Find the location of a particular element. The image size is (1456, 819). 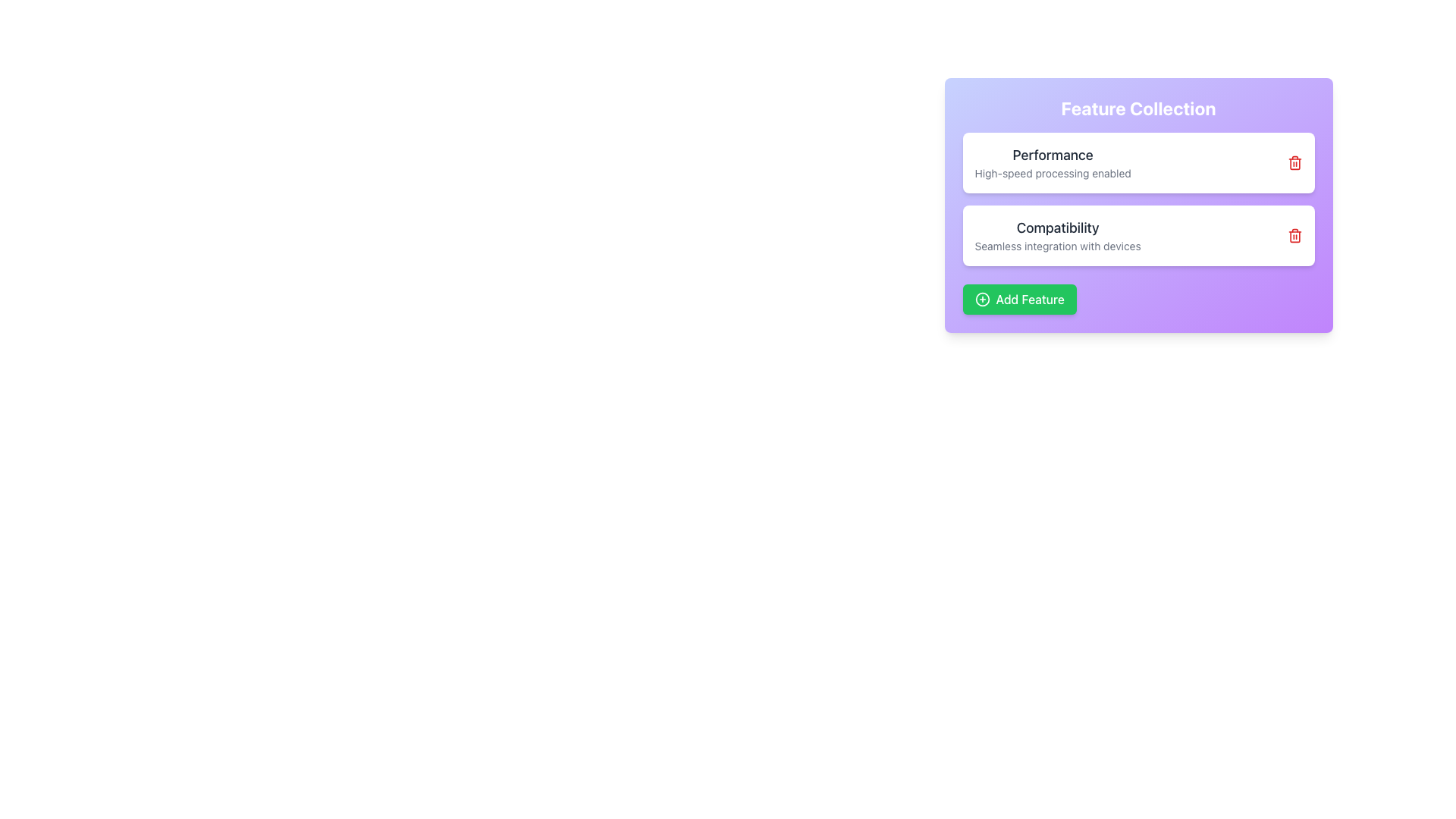

the text label that serves as a title for the feature description section, positioned within the 'Feature Collection' card, between the 'Performance' row and the 'Add Feature' button is located at coordinates (1057, 227).